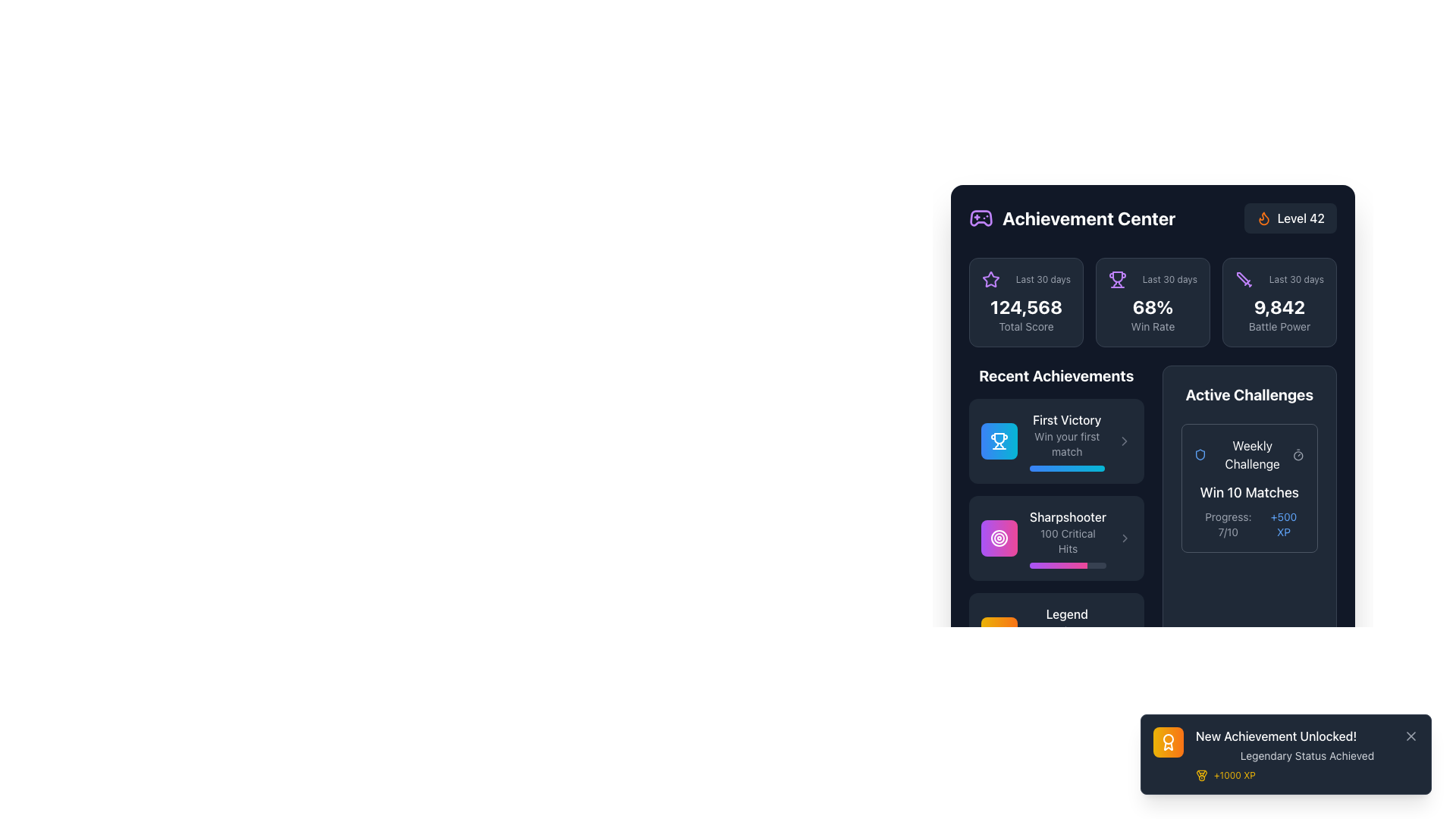 This screenshot has height=819, width=1456. Describe the element at coordinates (999, 438) in the screenshot. I see `the trophy icon representing the Win Rate metric in the Achievement Center interface, which is styled with clean lines and positioned in the middle of the row of statistics` at that location.